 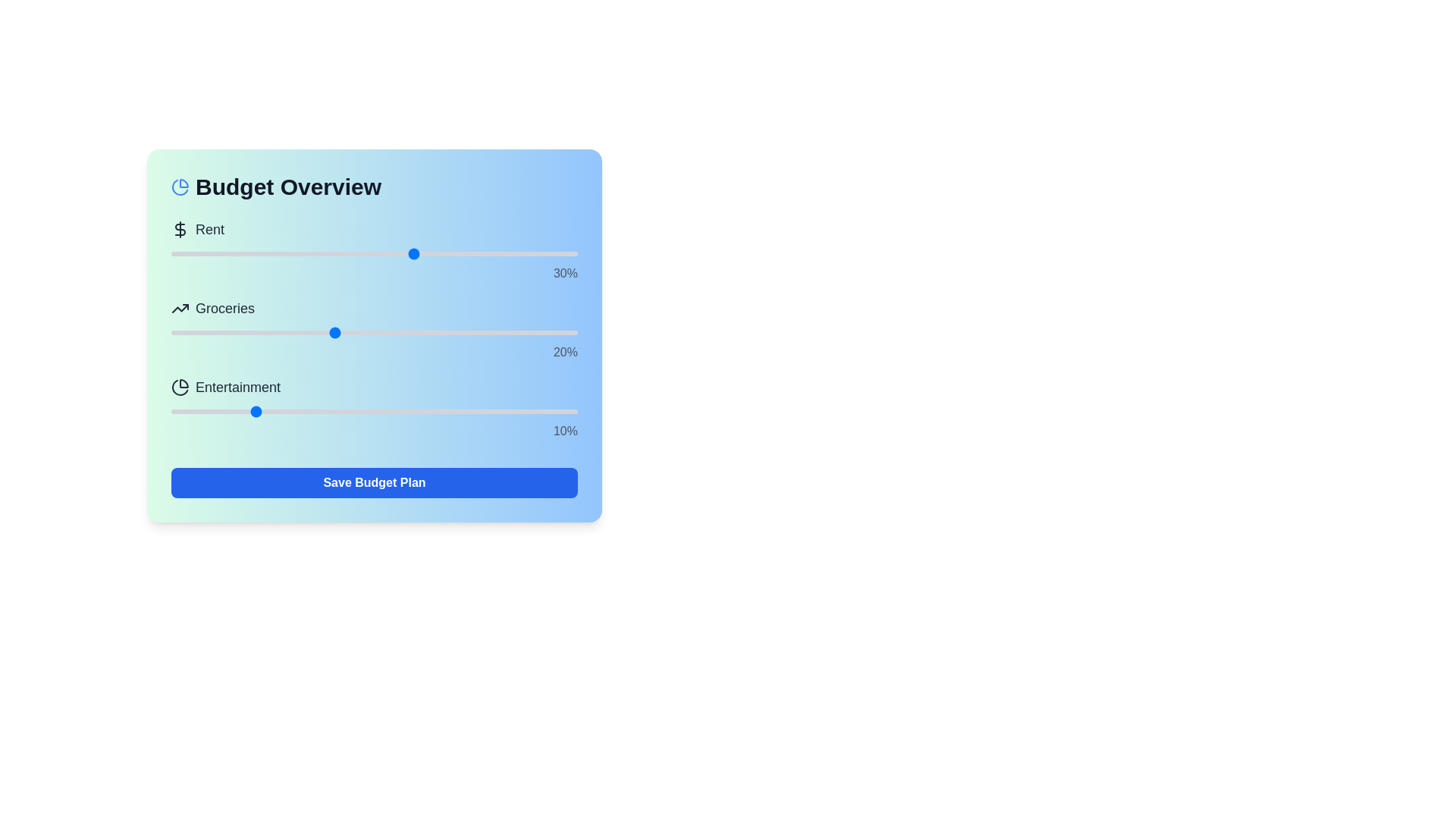 I want to click on the top-right slice of the pie chart icon, so click(x=184, y=183).